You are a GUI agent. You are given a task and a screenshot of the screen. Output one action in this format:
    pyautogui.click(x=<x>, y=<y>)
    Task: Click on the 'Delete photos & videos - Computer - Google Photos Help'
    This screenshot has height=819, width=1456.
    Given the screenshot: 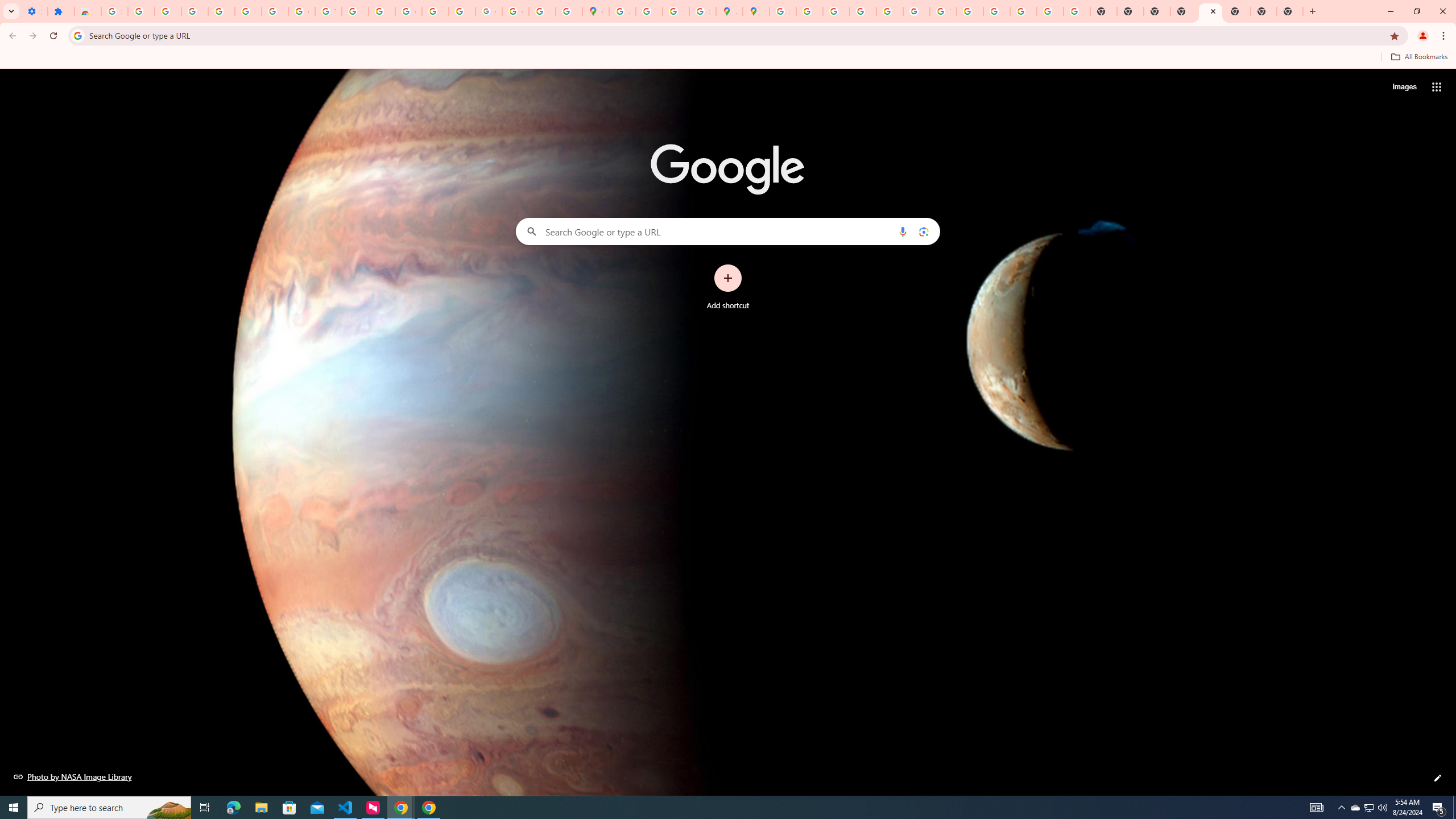 What is the action you would take?
    pyautogui.click(x=167, y=11)
    